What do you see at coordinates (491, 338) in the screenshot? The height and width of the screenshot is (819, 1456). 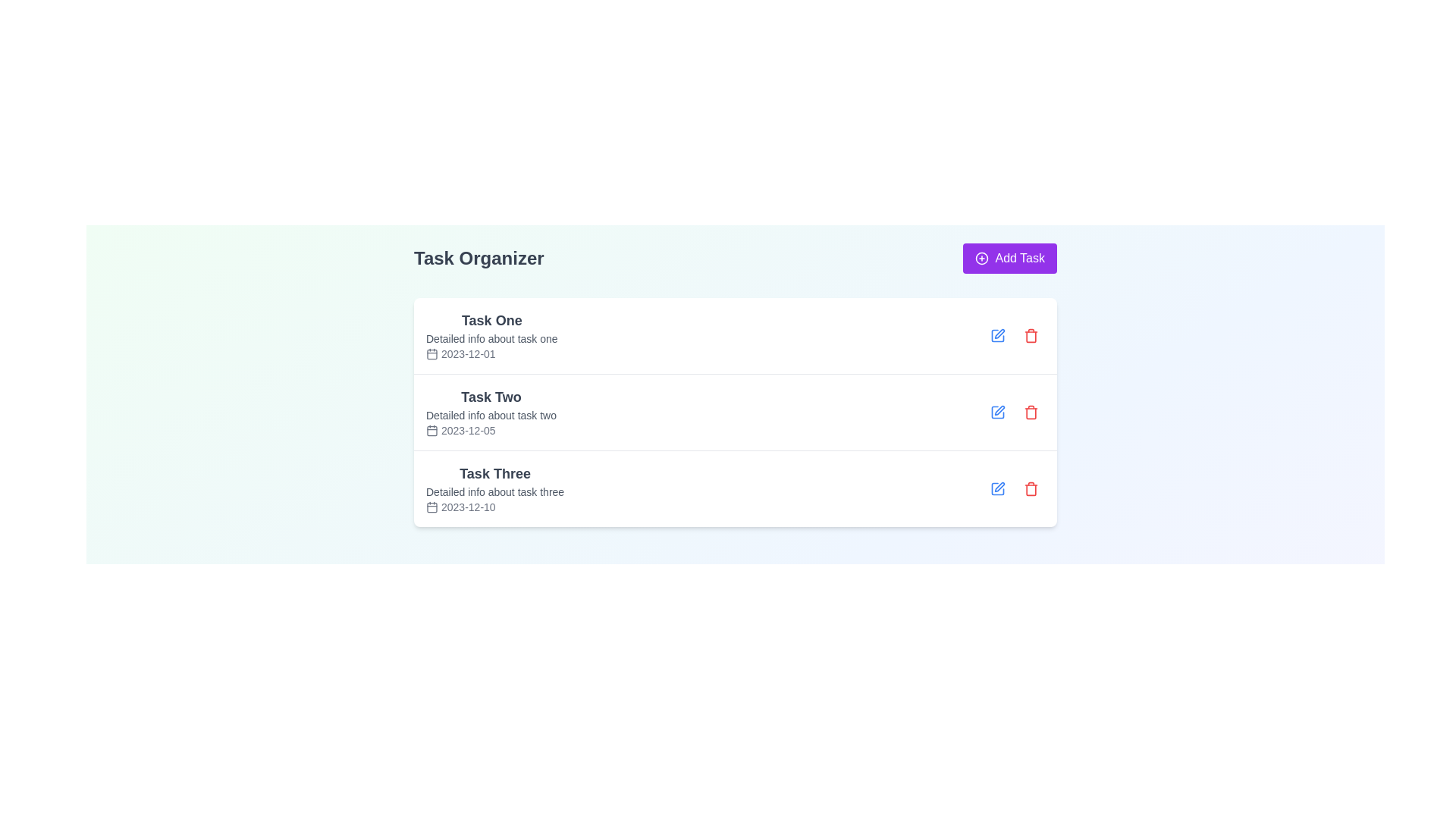 I see `the Text Label that provides additional details about 'Task One', which is centrally aligned below the task title` at bounding box center [491, 338].